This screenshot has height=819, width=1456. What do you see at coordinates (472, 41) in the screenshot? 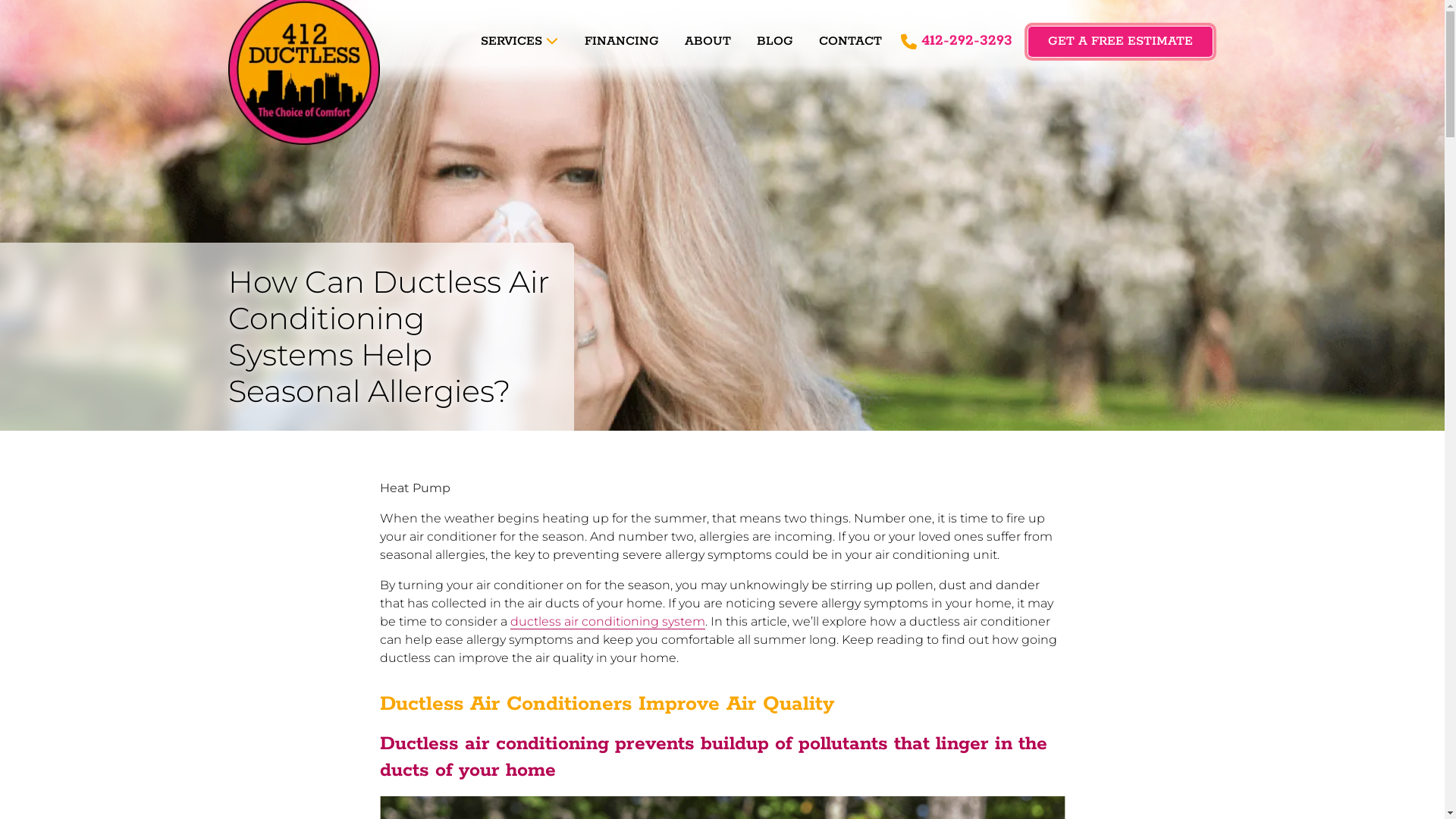
I see `'SERVICES'` at bounding box center [472, 41].